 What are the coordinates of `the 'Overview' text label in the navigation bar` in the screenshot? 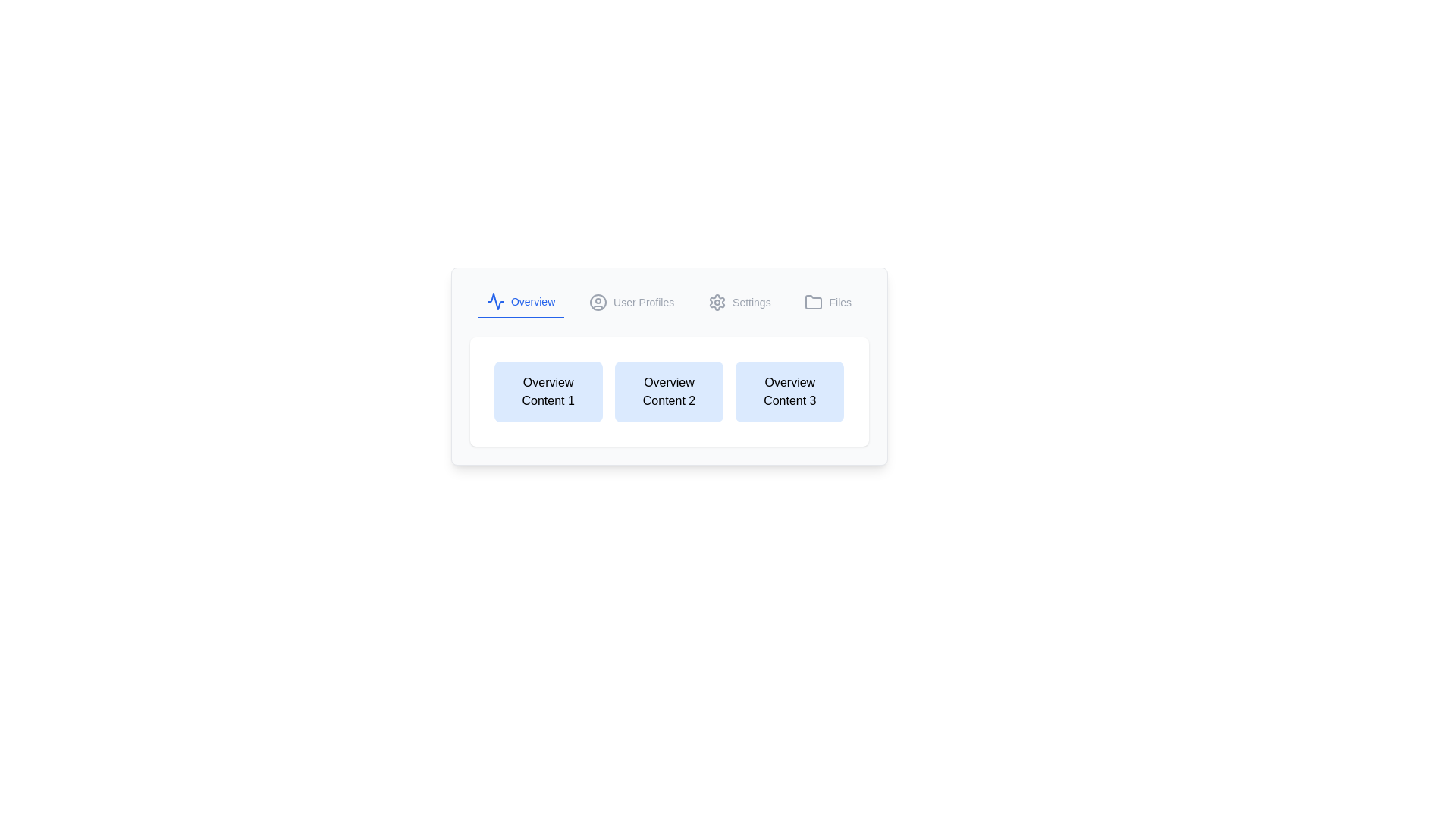 It's located at (532, 301).